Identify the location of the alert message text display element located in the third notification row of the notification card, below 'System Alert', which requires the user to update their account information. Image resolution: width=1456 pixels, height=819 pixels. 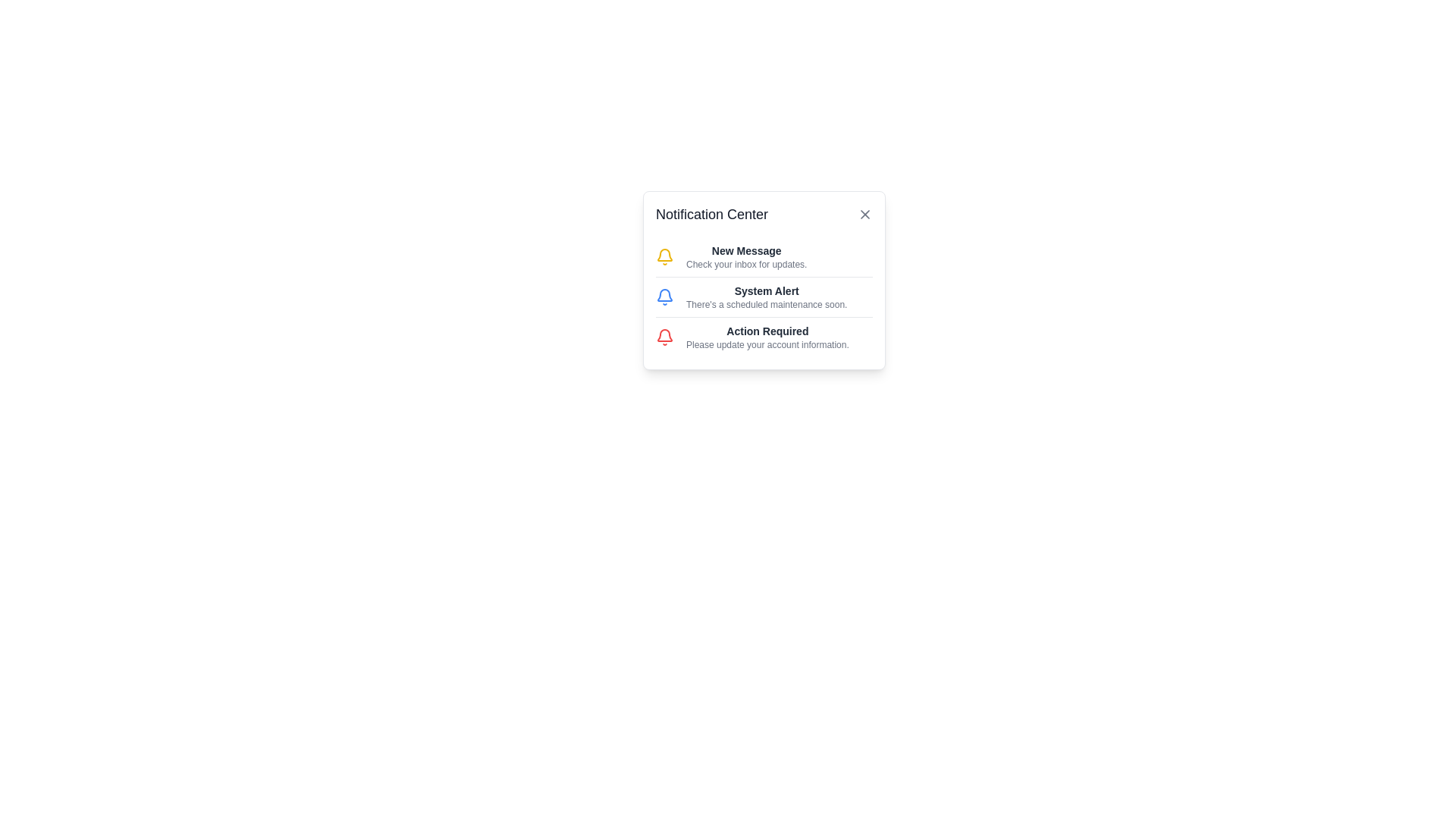
(767, 336).